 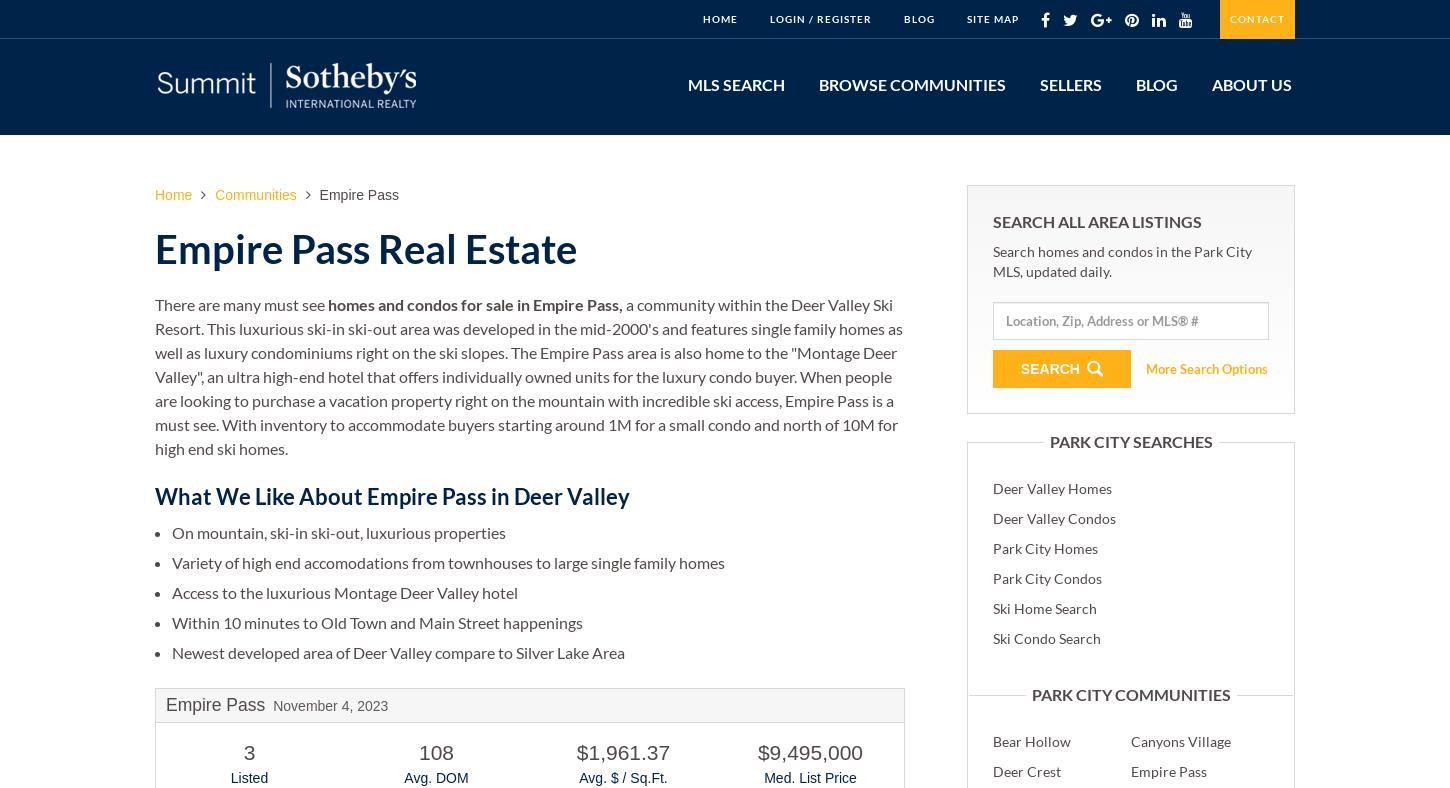 I want to click on 'homes and condos for sale in Empire Pass,', so click(x=474, y=304).